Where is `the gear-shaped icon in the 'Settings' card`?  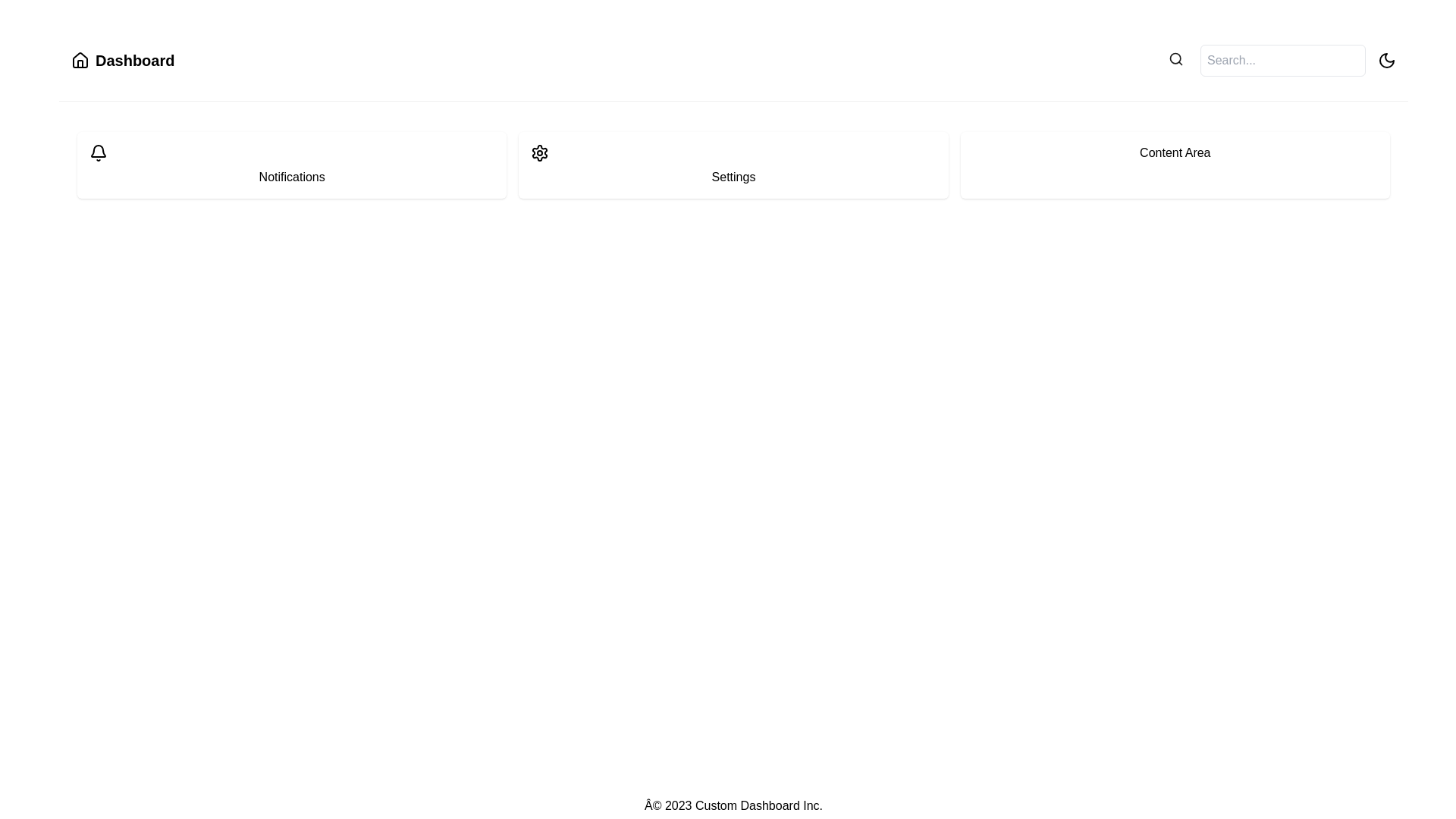
the gear-shaped icon in the 'Settings' card is located at coordinates (540, 152).